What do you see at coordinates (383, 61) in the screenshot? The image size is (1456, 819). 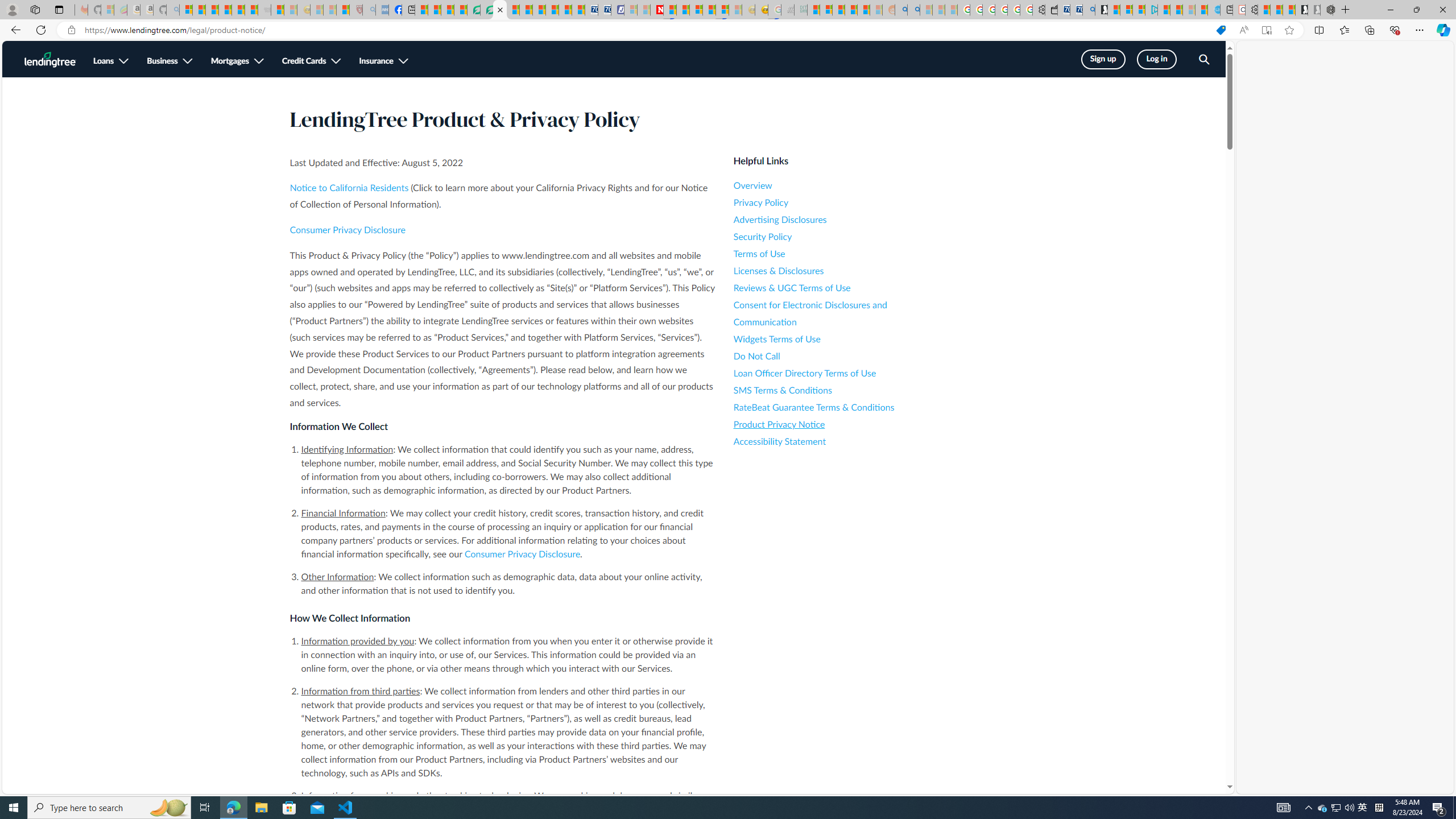 I see `'Insurance, see more'` at bounding box center [383, 61].